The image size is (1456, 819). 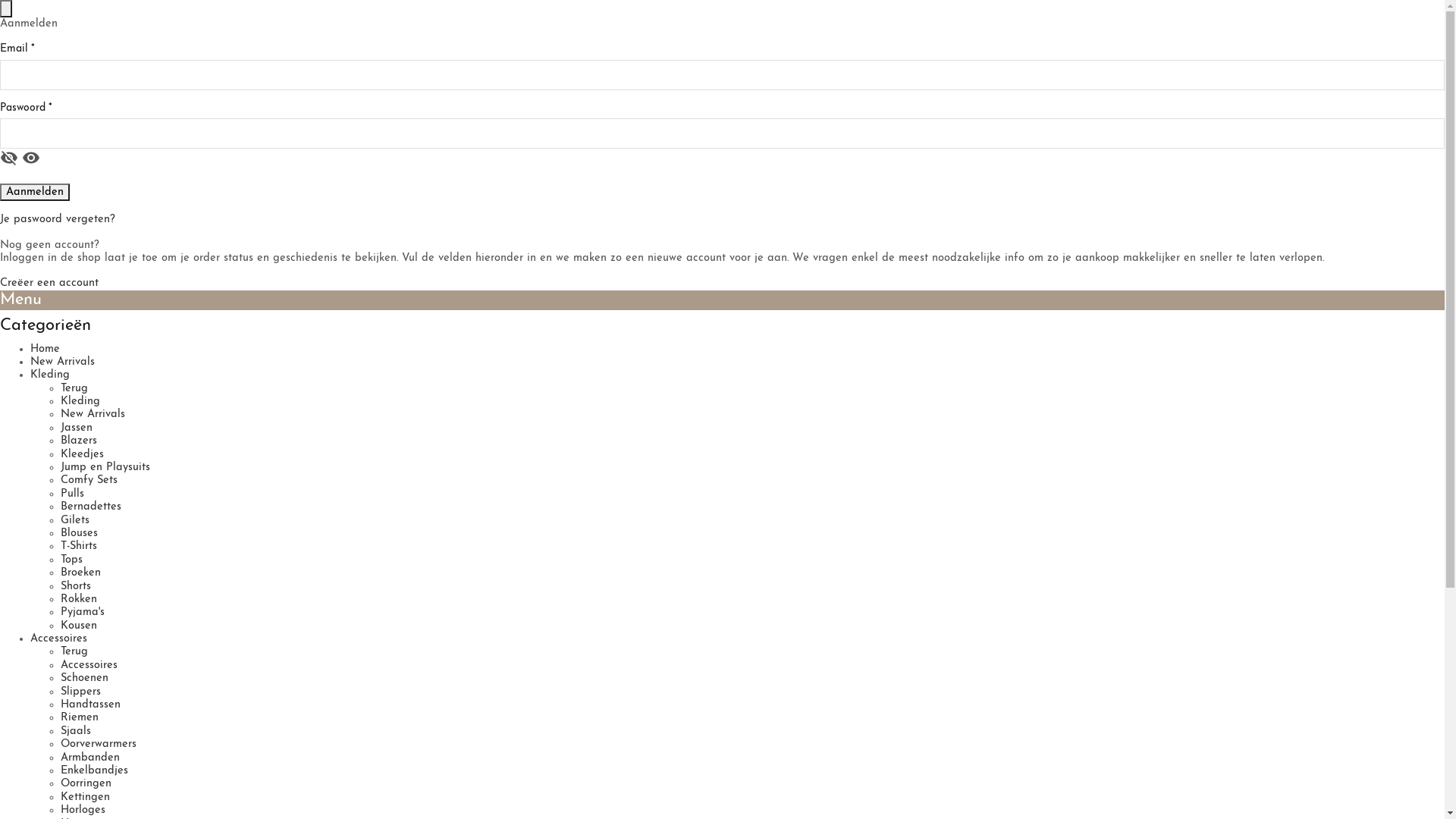 What do you see at coordinates (89, 704) in the screenshot?
I see `'Handtassen'` at bounding box center [89, 704].